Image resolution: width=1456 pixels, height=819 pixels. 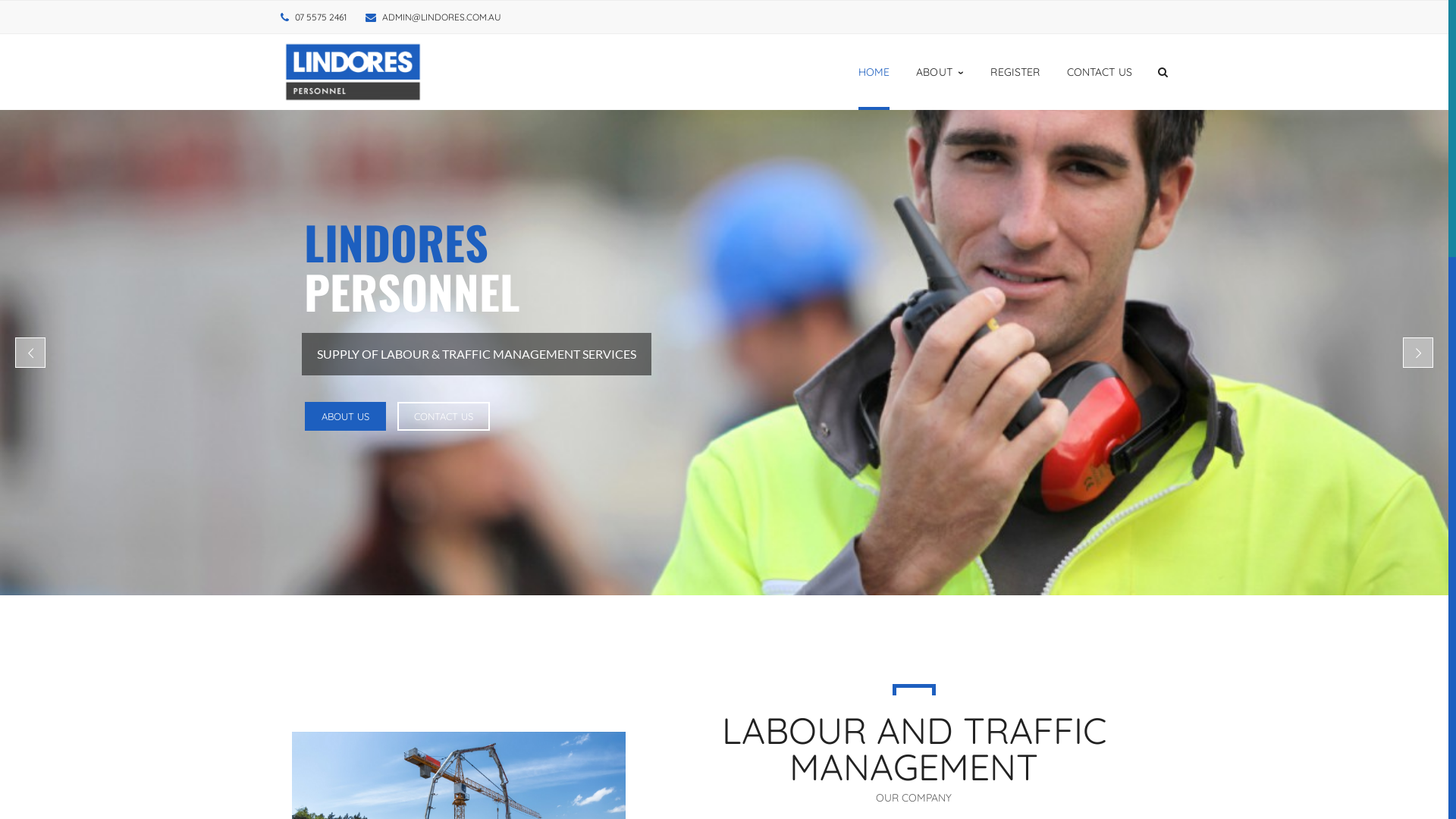 What do you see at coordinates (874, 72) in the screenshot?
I see `'HOME'` at bounding box center [874, 72].